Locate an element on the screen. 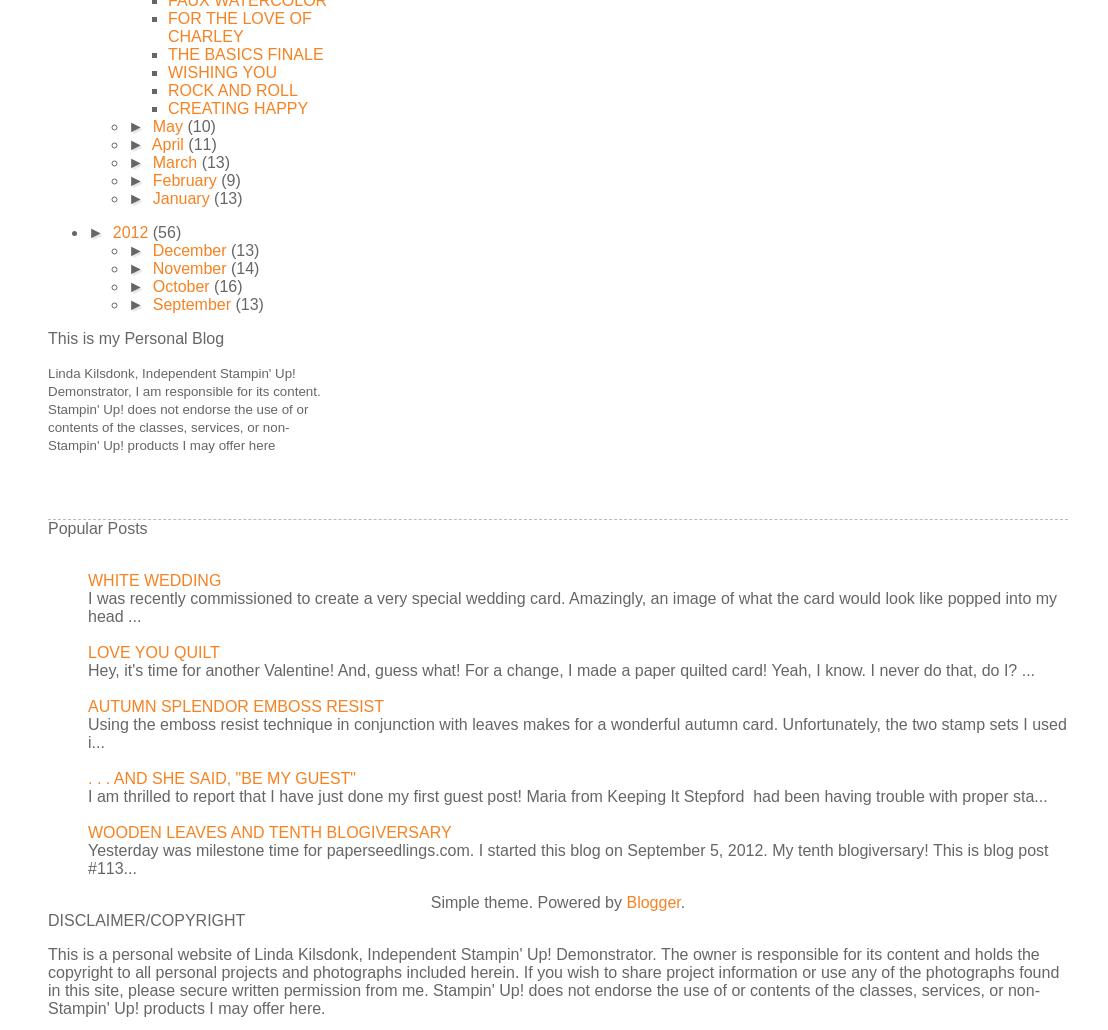 The width and height of the screenshot is (1108, 1030). 'Yesterday was milestone time for paperseedlings.com. I started this blog on September 5, 2012. My tenth blogiversary! This is blog post #113...' is located at coordinates (567, 859).